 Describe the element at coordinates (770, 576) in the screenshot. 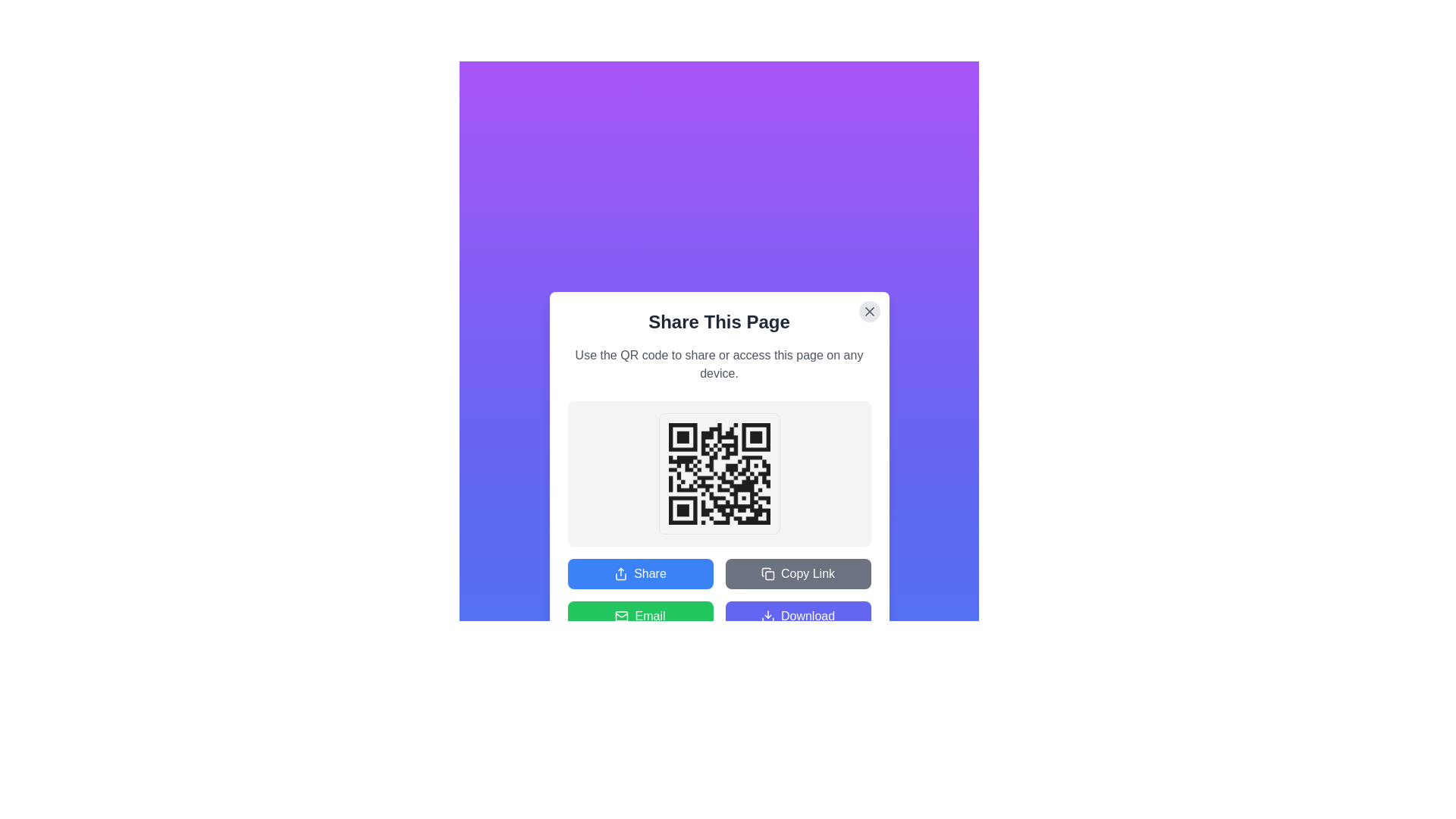

I see `the small square element with rounded corners that is styled like a copy button within the 'Share This Page' modal` at that location.